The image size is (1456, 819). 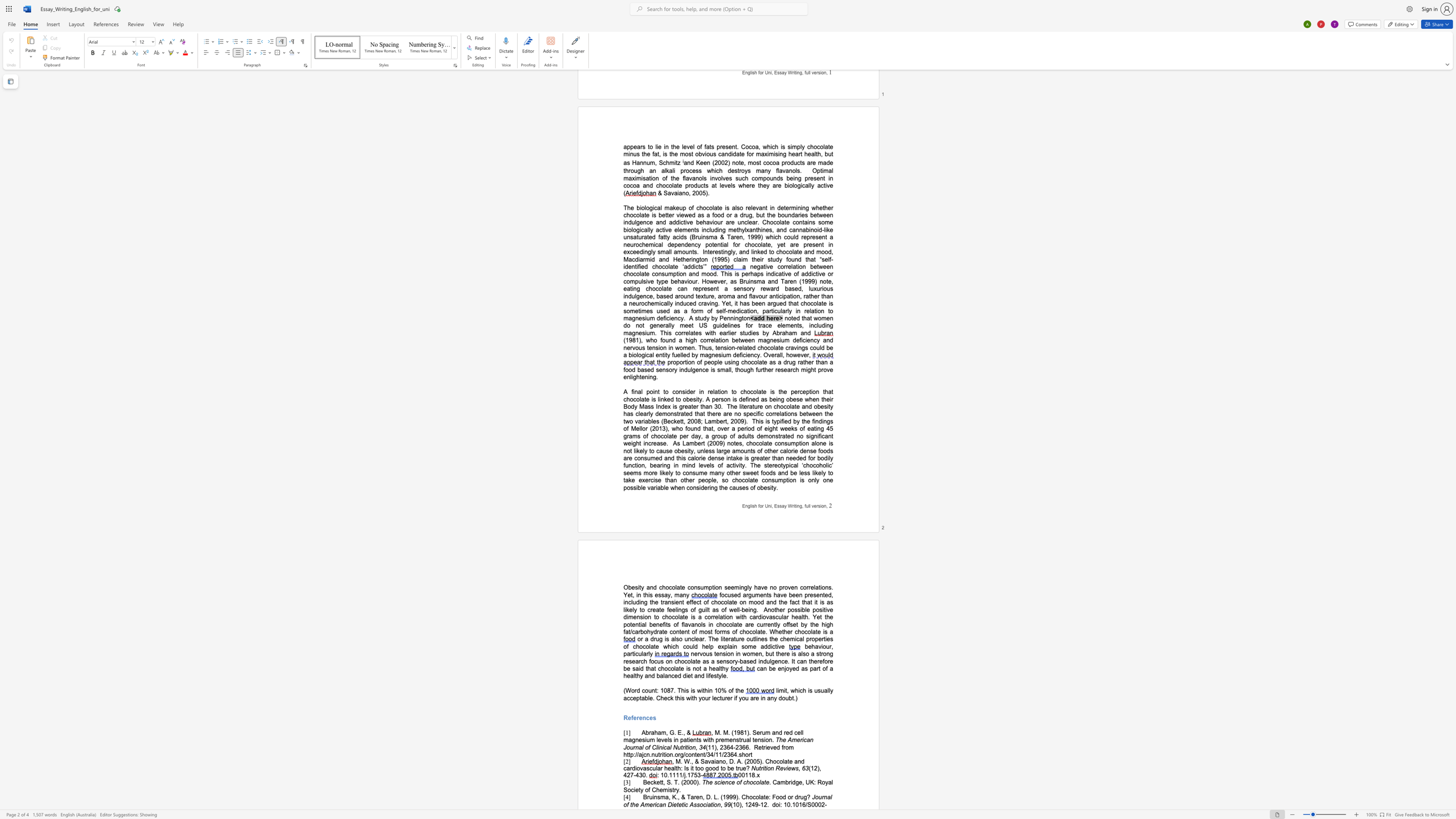 I want to click on the space between the continuous character "h" and "e" in the text, so click(x=663, y=697).